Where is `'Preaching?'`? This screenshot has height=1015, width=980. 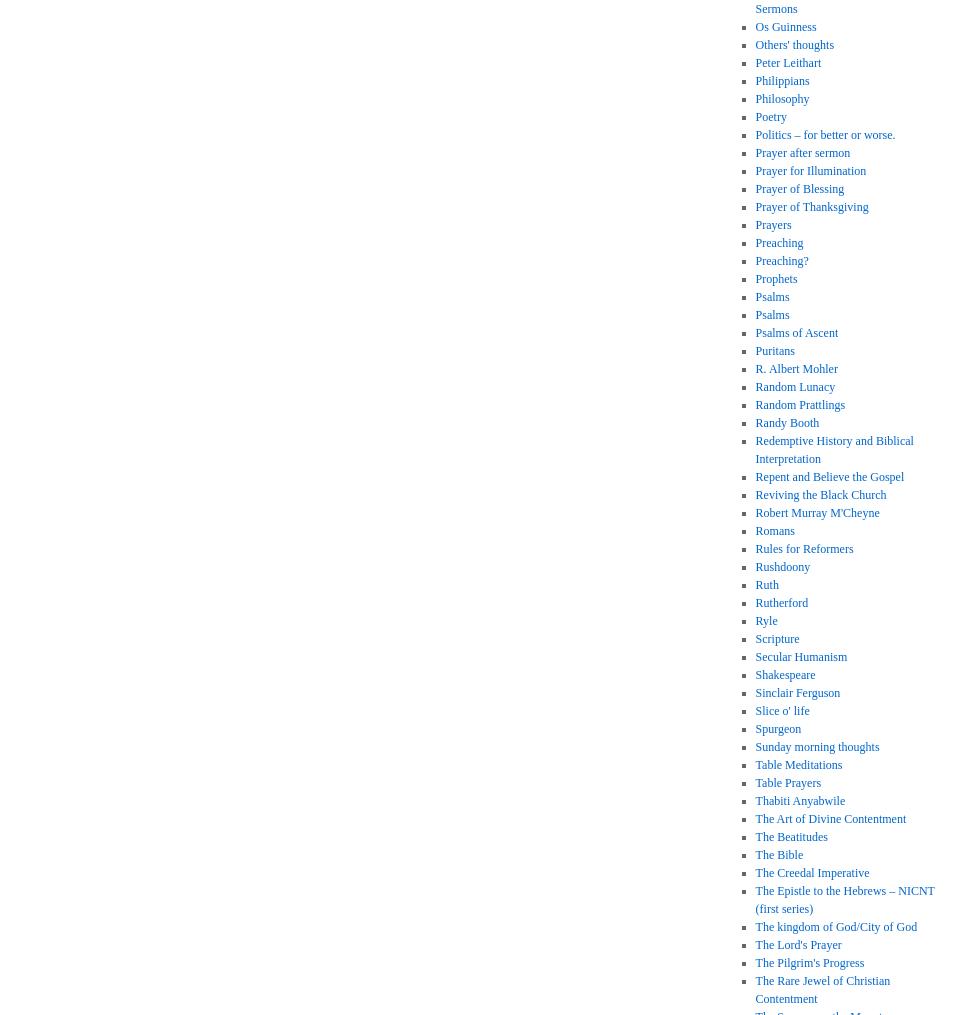 'Preaching?' is located at coordinates (781, 260).